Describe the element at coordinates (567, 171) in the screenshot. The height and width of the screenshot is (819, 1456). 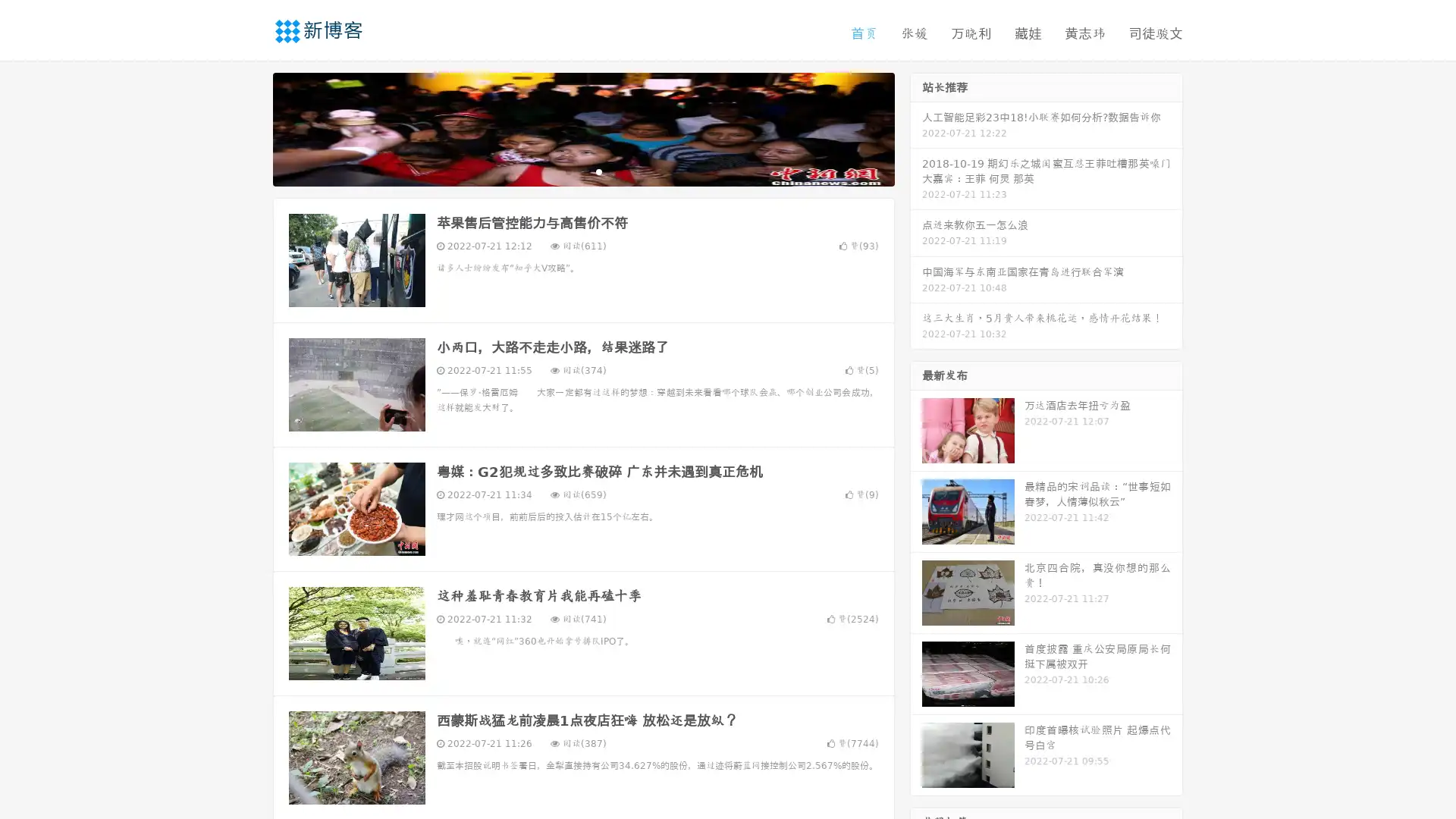
I see `Go to slide 1` at that location.